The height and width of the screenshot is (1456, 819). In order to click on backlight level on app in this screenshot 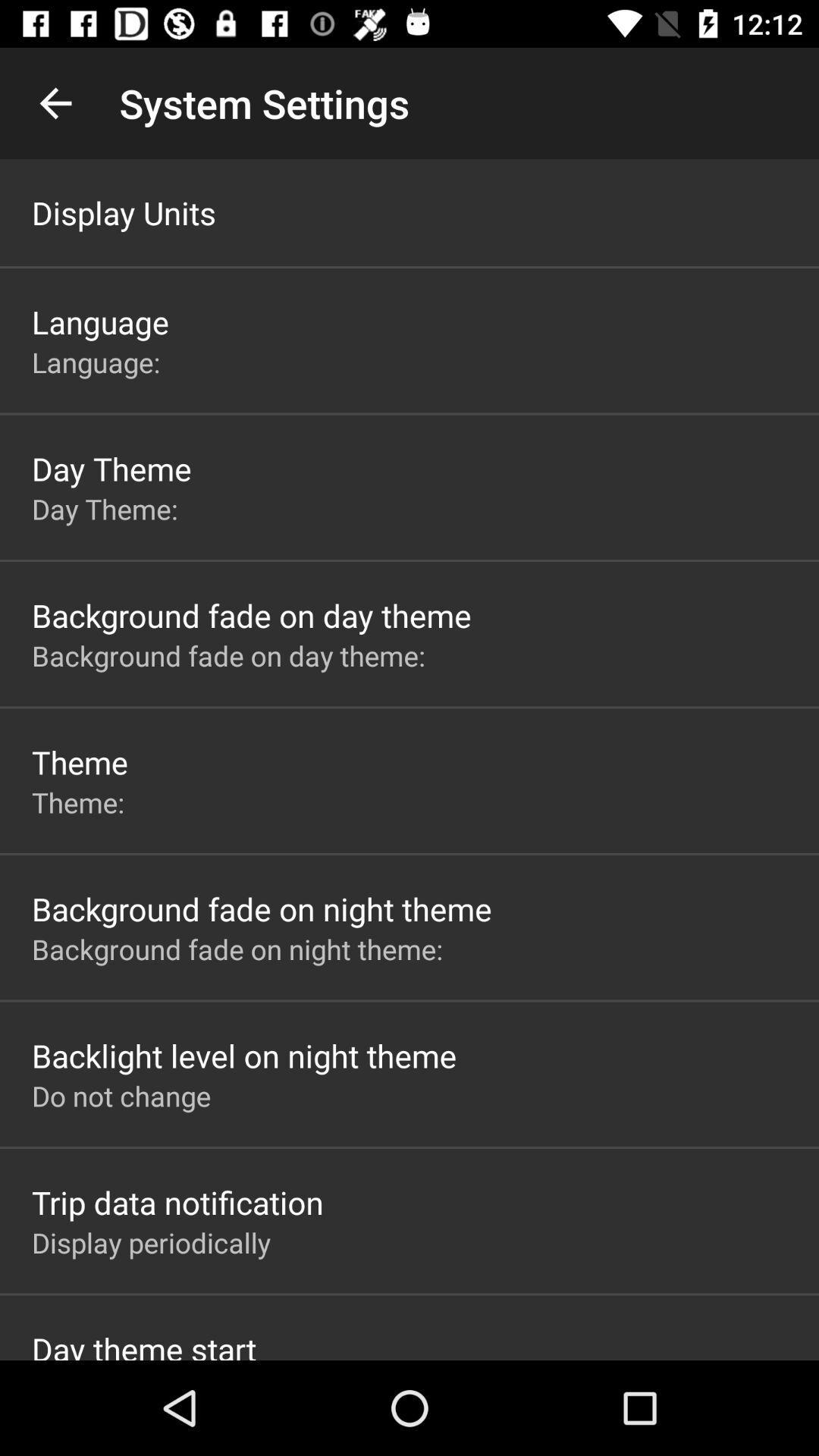, I will do `click(243, 1055)`.